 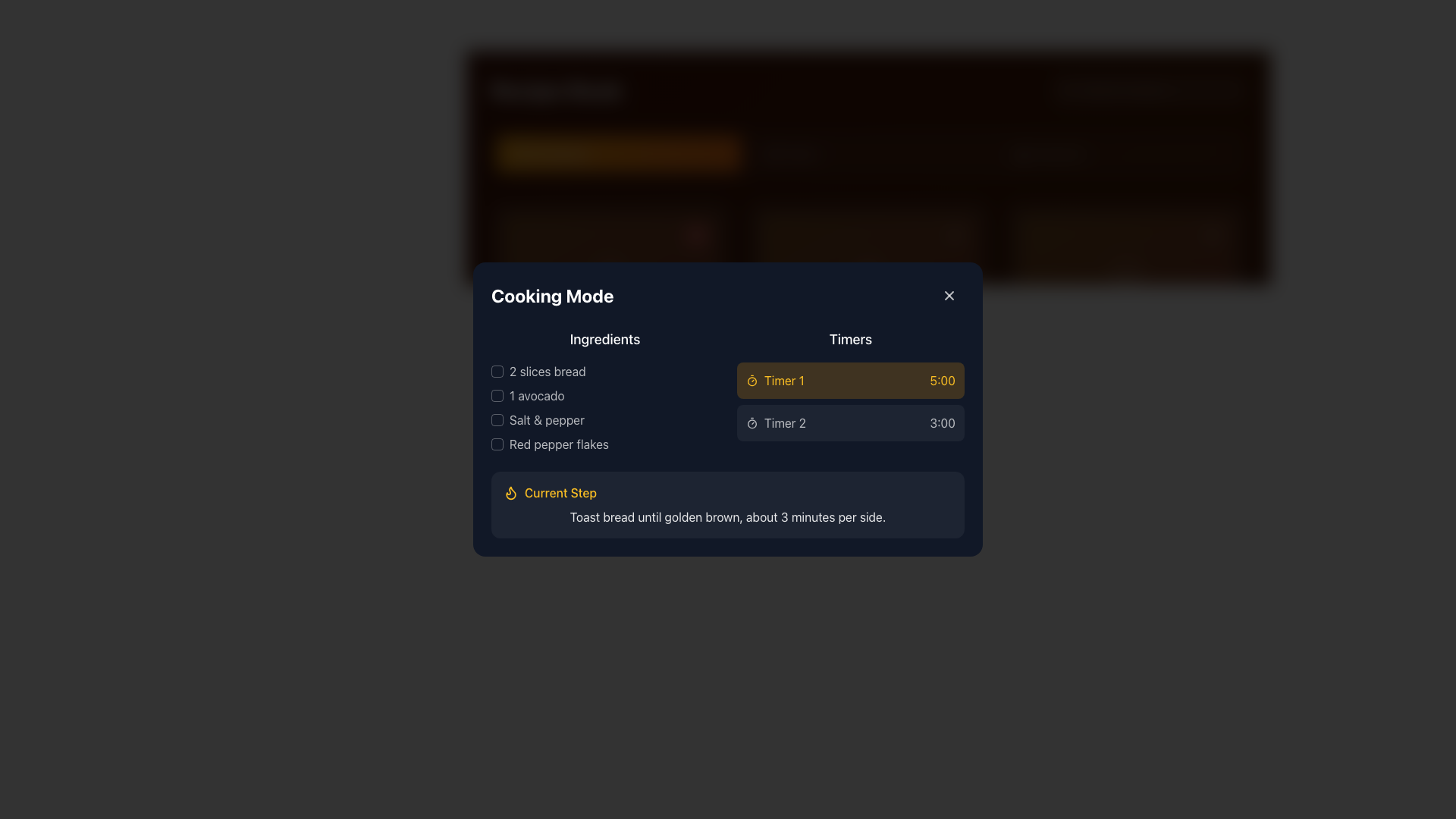 What do you see at coordinates (909, 358) in the screenshot?
I see `the yellow star icon located in the 'Timers' section next to 'Timer 1' and its time '5:00'` at bounding box center [909, 358].